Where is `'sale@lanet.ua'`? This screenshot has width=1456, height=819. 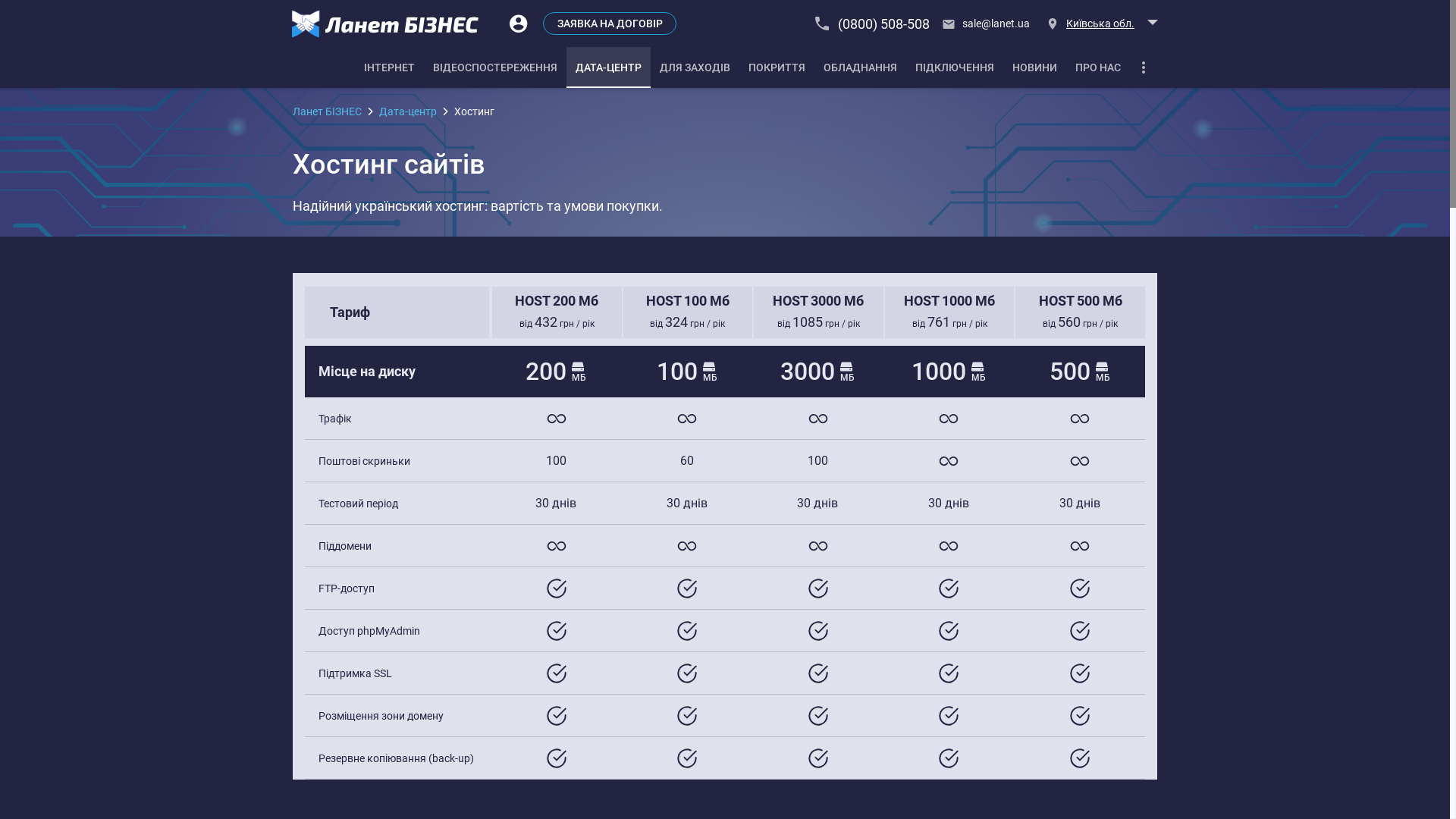
'sale@lanet.ua' is located at coordinates (937, 23).